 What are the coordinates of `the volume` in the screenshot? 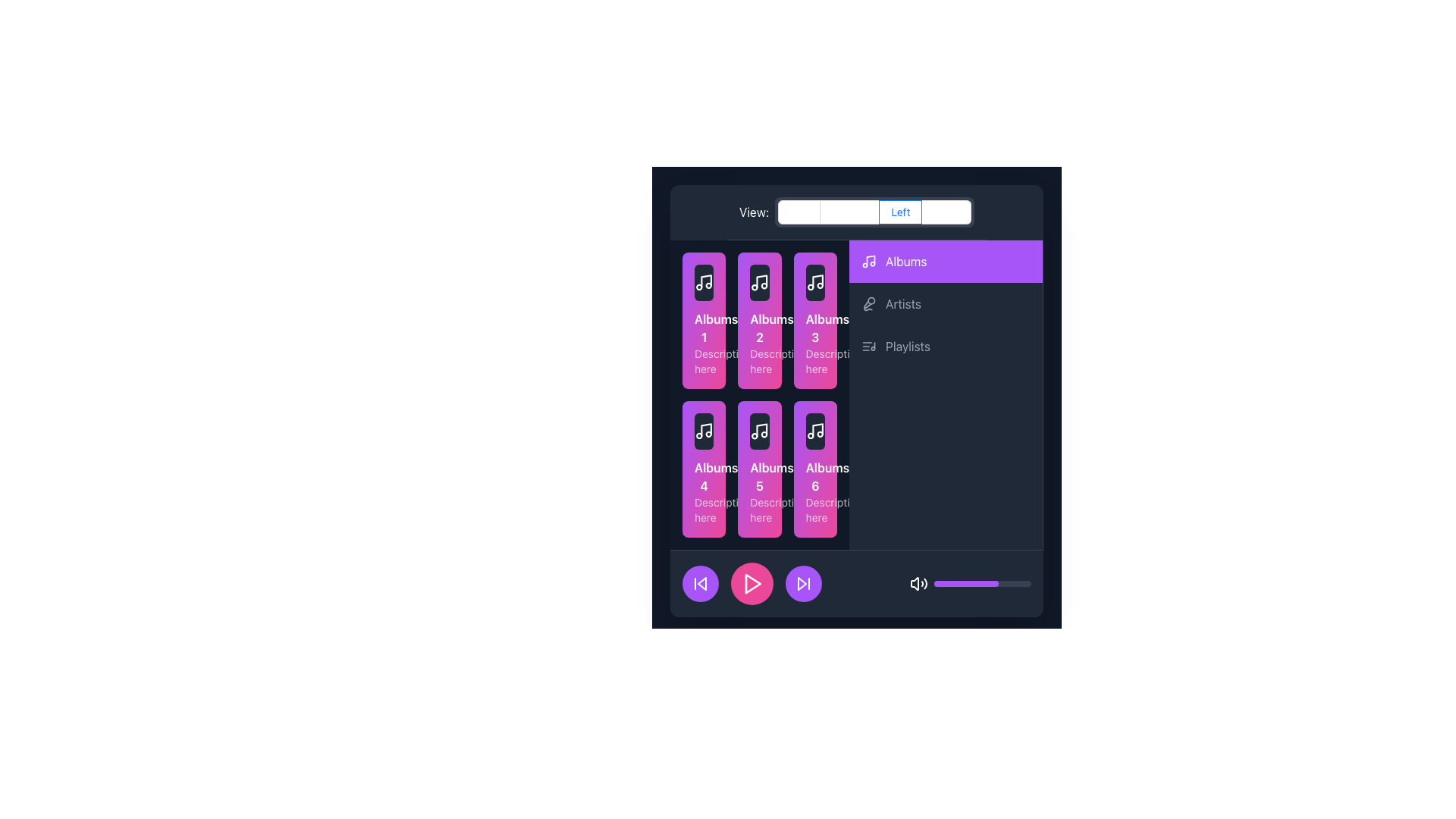 It's located at (963, 583).